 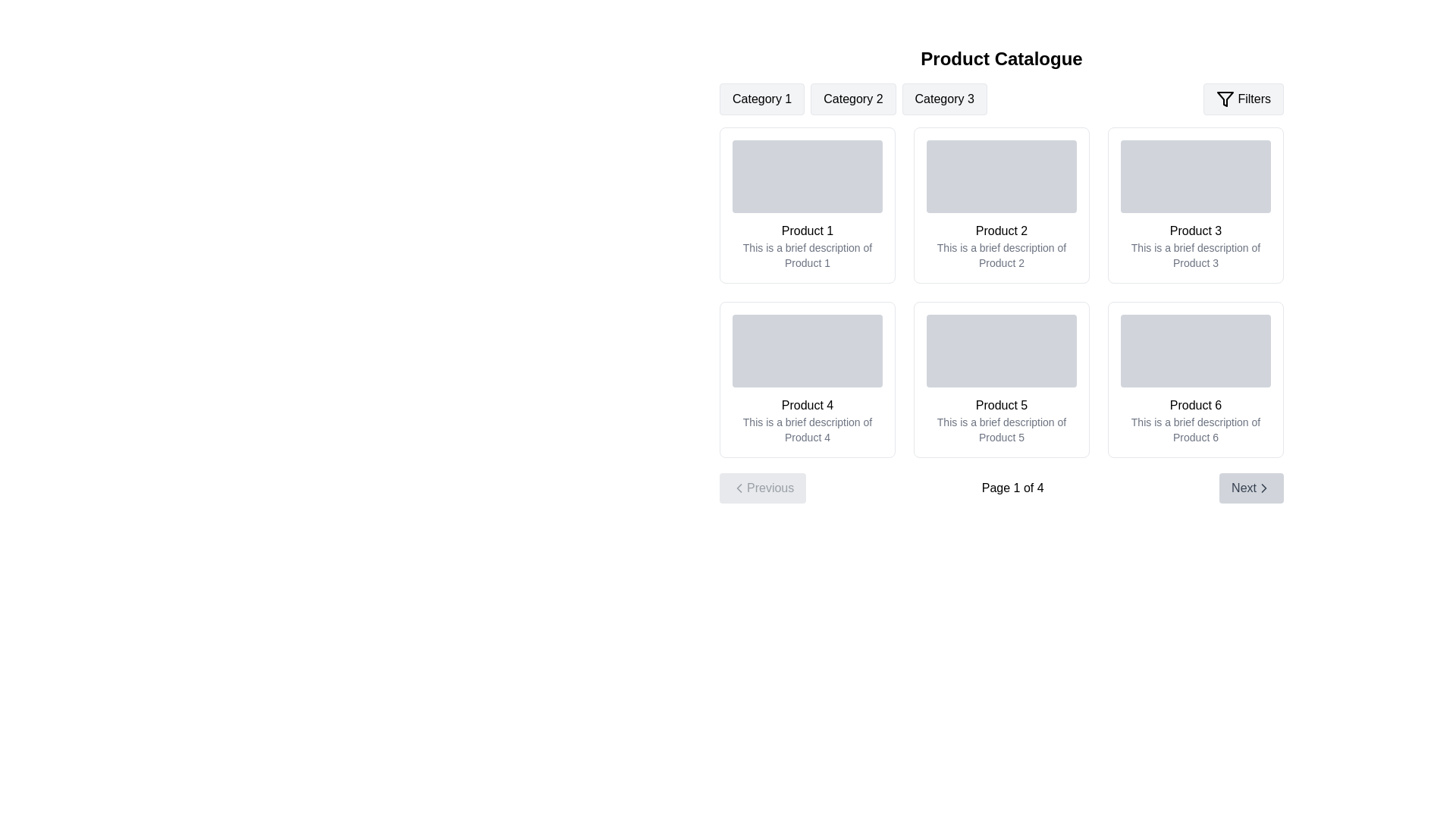 What do you see at coordinates (807, 350) in the screenshot?
I see `the Image Placeholder with a gray background and rounded corners located at the top of the 'Product 4' card` at bounding box center [807, 350].